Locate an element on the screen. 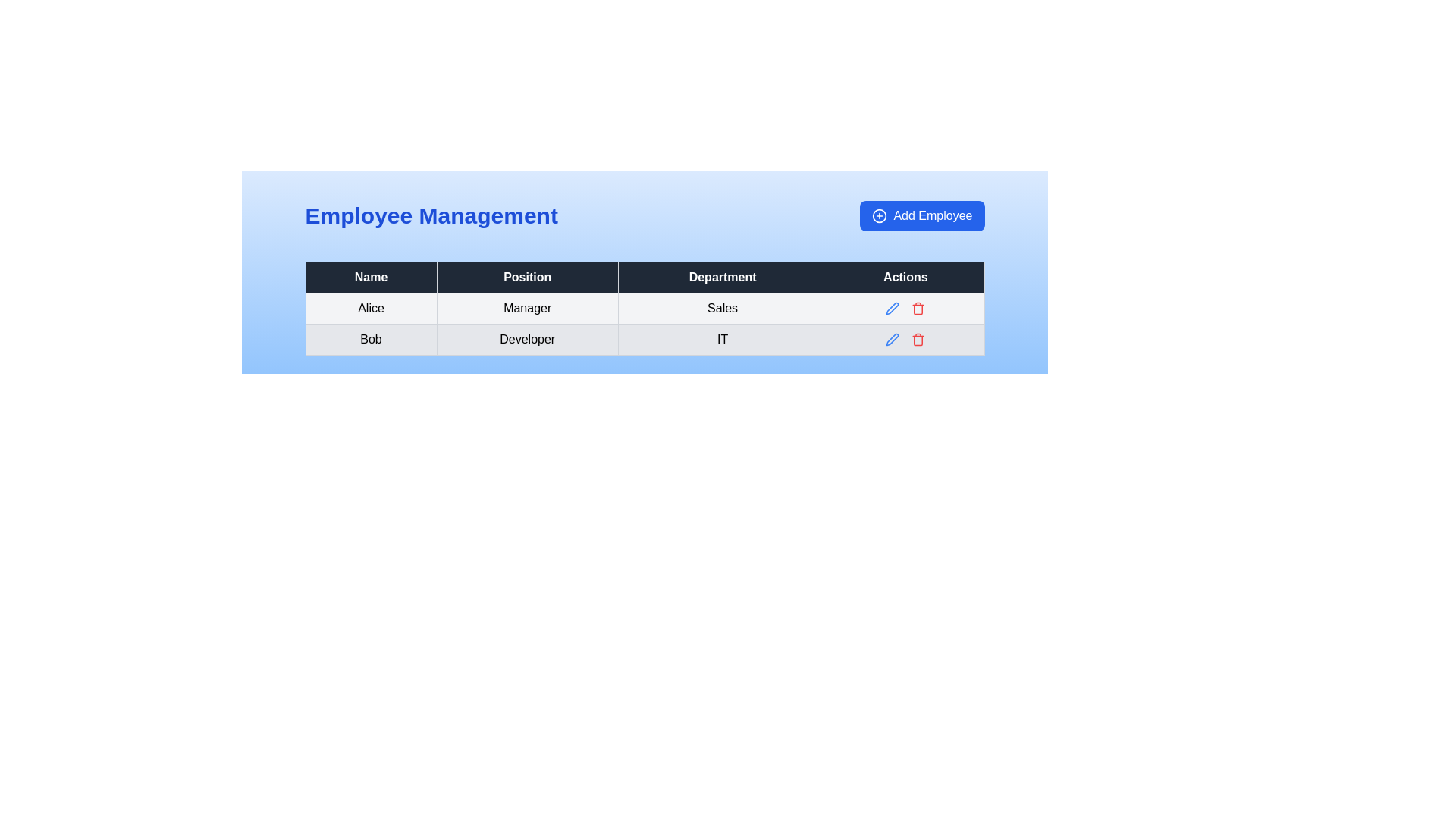 The image size is (1456, 819). to select the second row of the Employee Management table, which contains 'Bob' in the Name column, 'Developer' in the Position column, and 'IT' in the Department column is located at coordinates (645, 338).